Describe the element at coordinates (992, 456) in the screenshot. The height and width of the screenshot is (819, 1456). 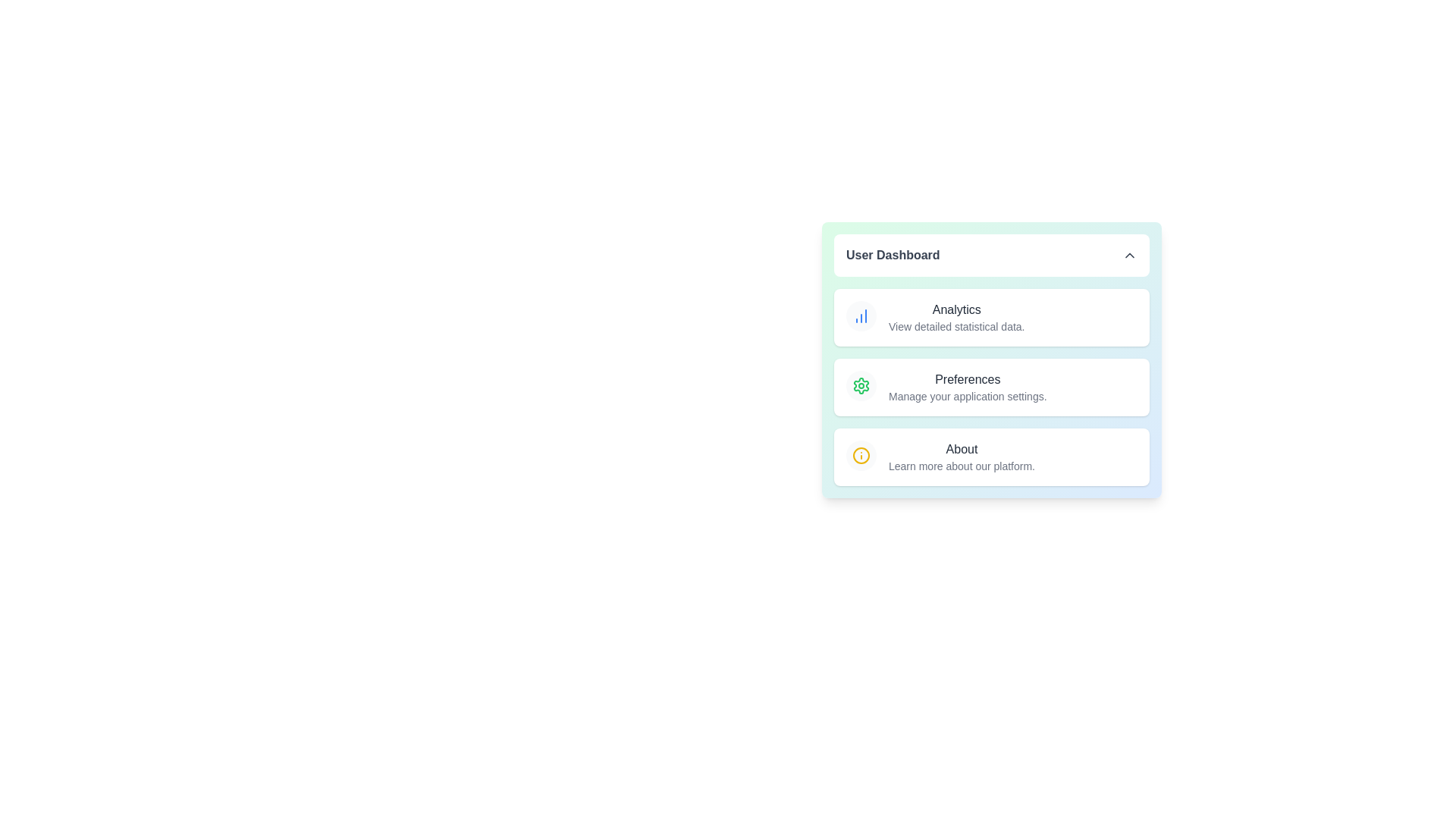
I see `the menu item About` at that location.